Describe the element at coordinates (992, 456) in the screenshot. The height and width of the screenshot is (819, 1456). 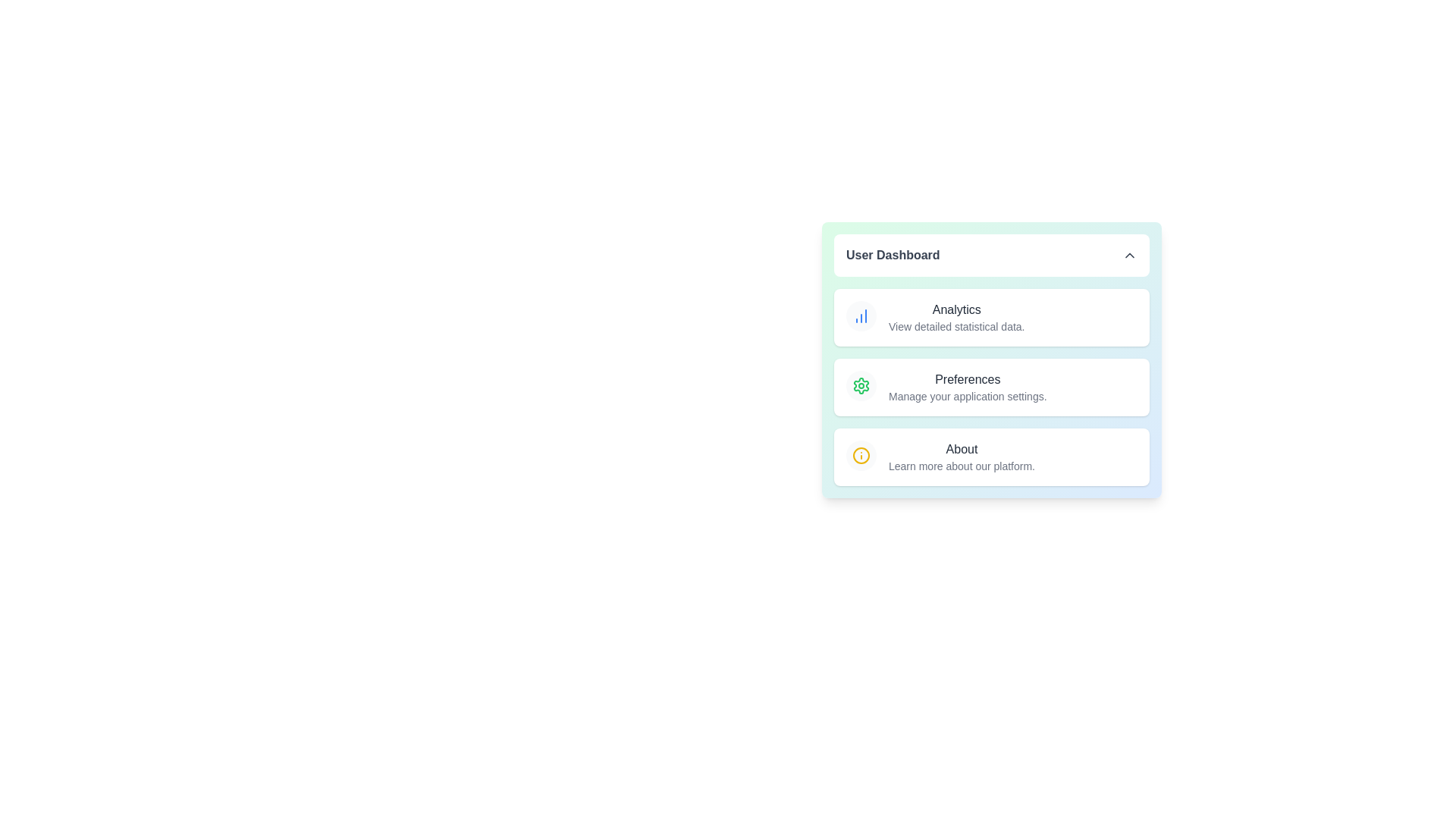
I see `the menu item About` at that location.